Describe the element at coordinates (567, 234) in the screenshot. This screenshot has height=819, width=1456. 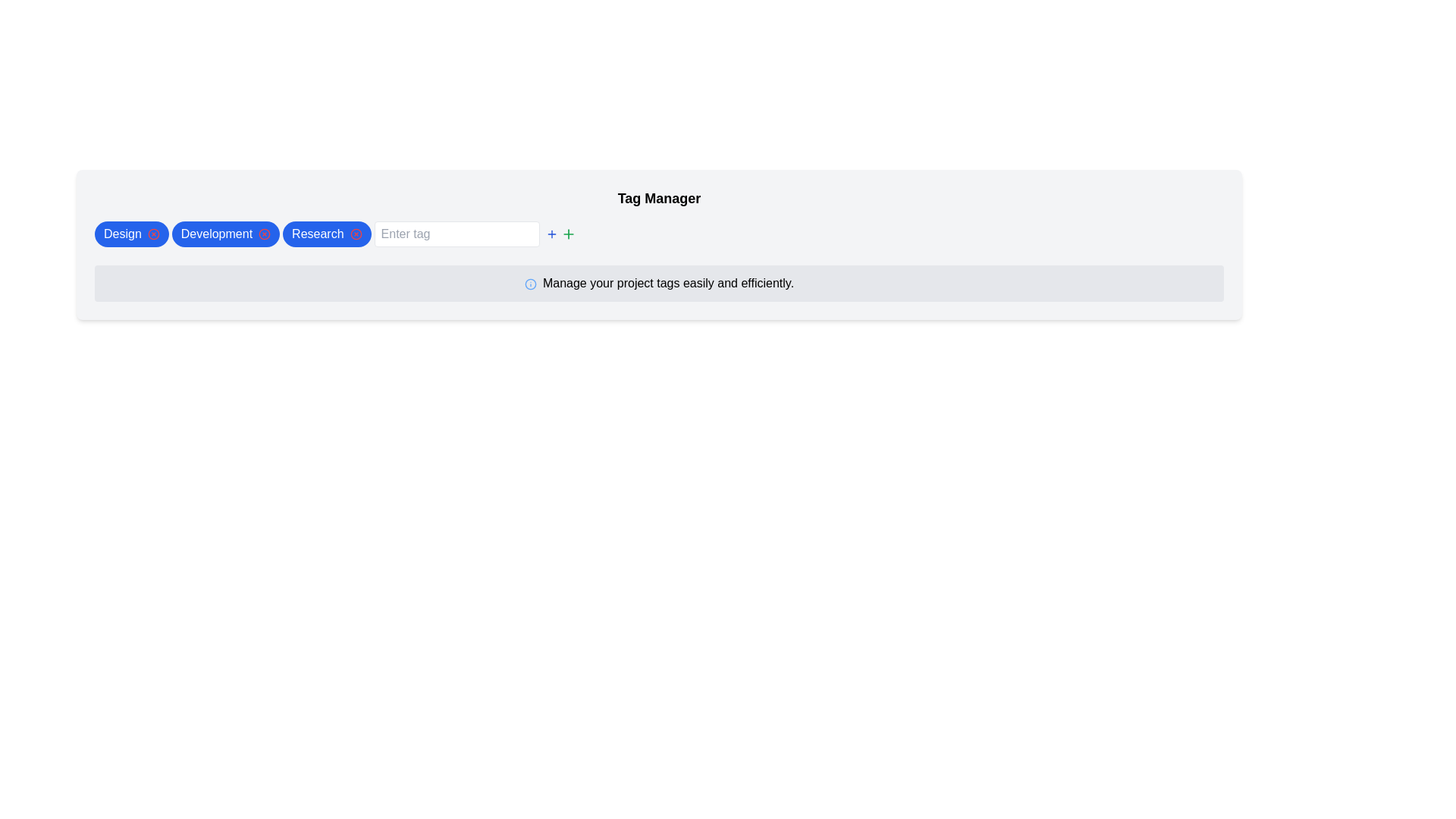
I see `the green plus sign icon button located next to the 'Enter tag' input field` at that location.